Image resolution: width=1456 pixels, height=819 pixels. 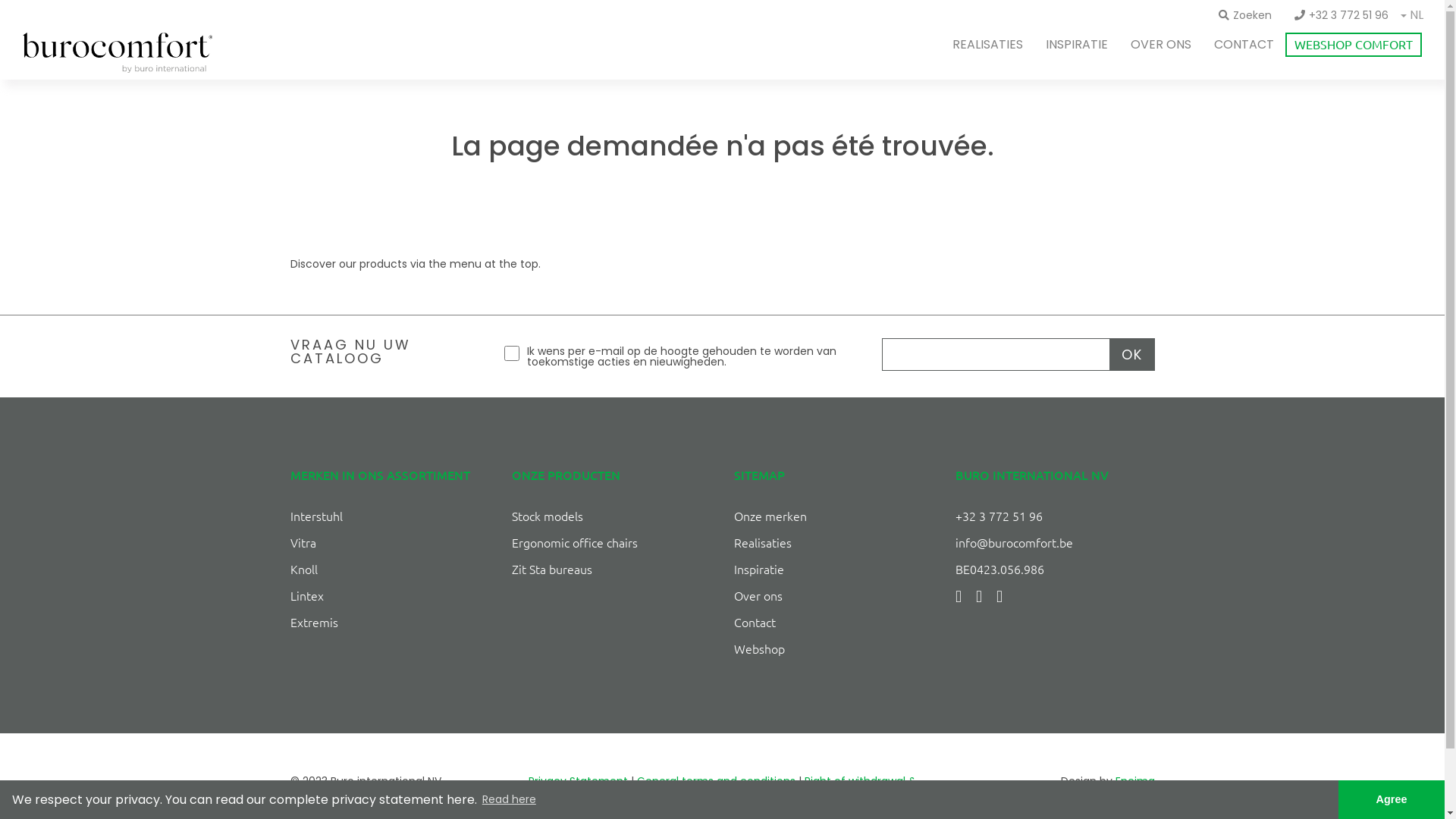 What do you see at coordinates (1131, 354) in the screenshot?
I see `'OK'` at bounding box center [1131, 354].